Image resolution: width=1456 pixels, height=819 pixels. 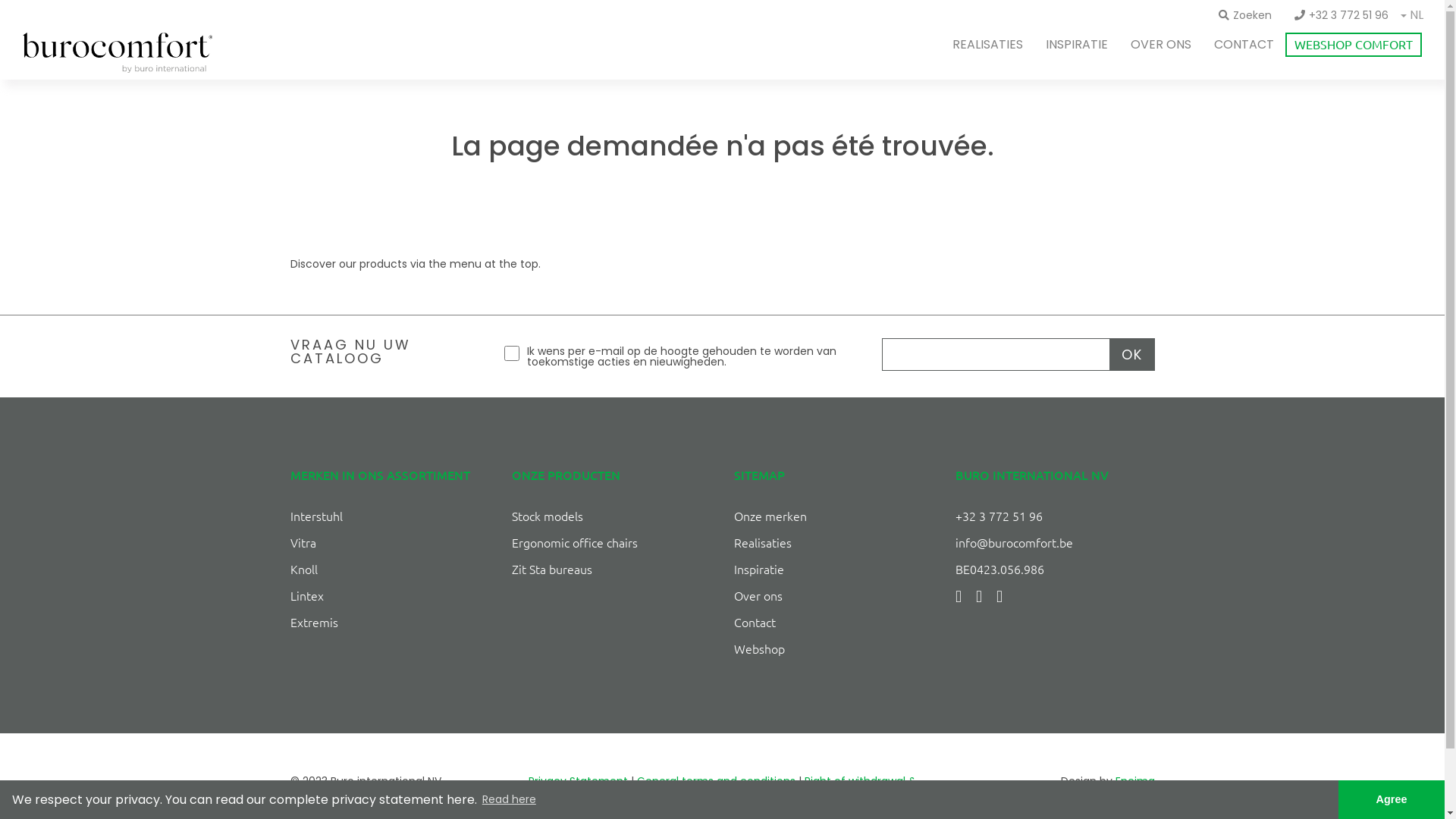 What do you see at coordinates (1131, 354) in the screenshot?
I see `'OK'` at bounding box center [1131, 354].